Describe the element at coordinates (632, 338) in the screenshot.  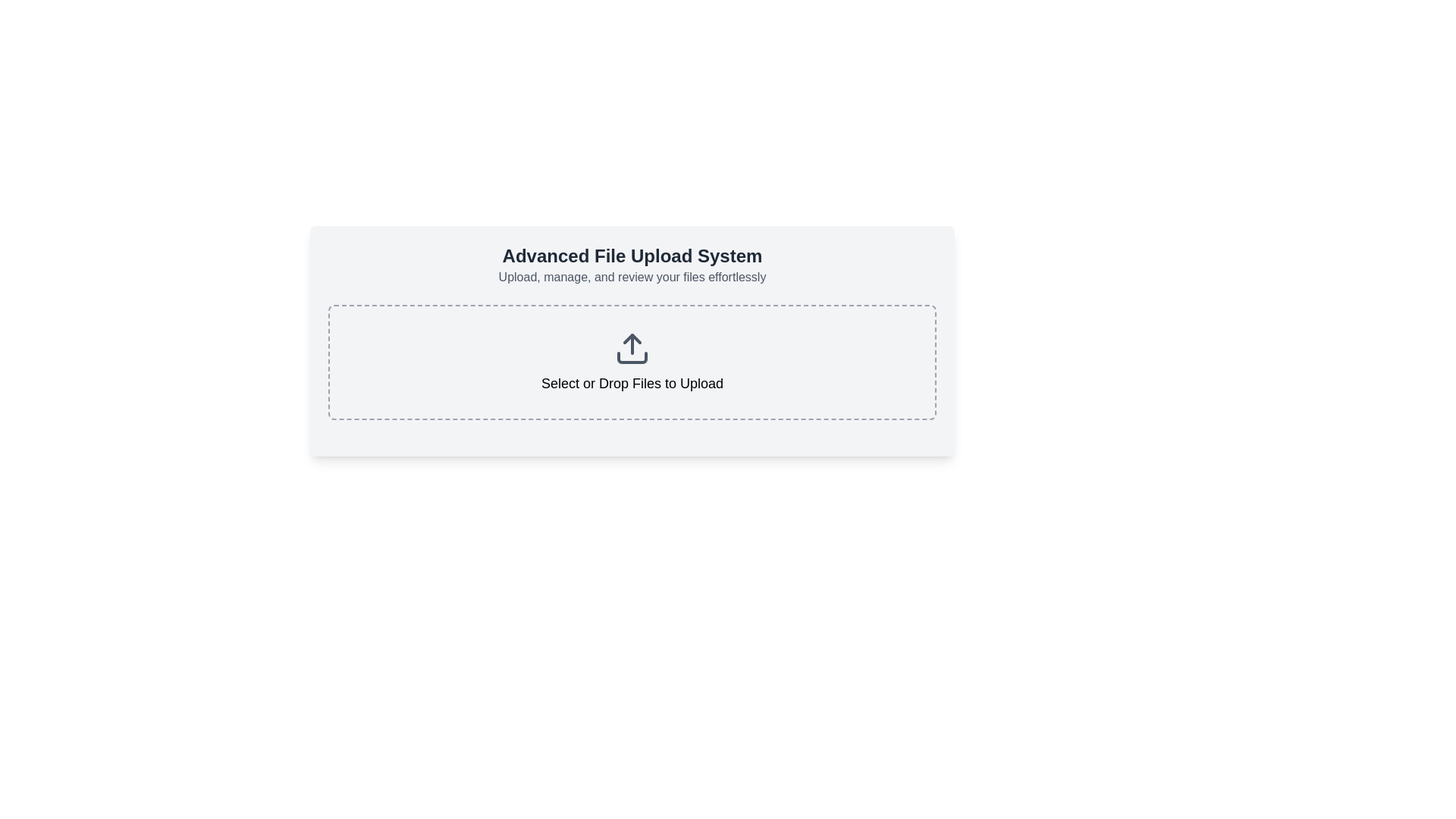
I see `the triangular upload icon made of dark lines, which is the top component of the upload symbol group` at that location.